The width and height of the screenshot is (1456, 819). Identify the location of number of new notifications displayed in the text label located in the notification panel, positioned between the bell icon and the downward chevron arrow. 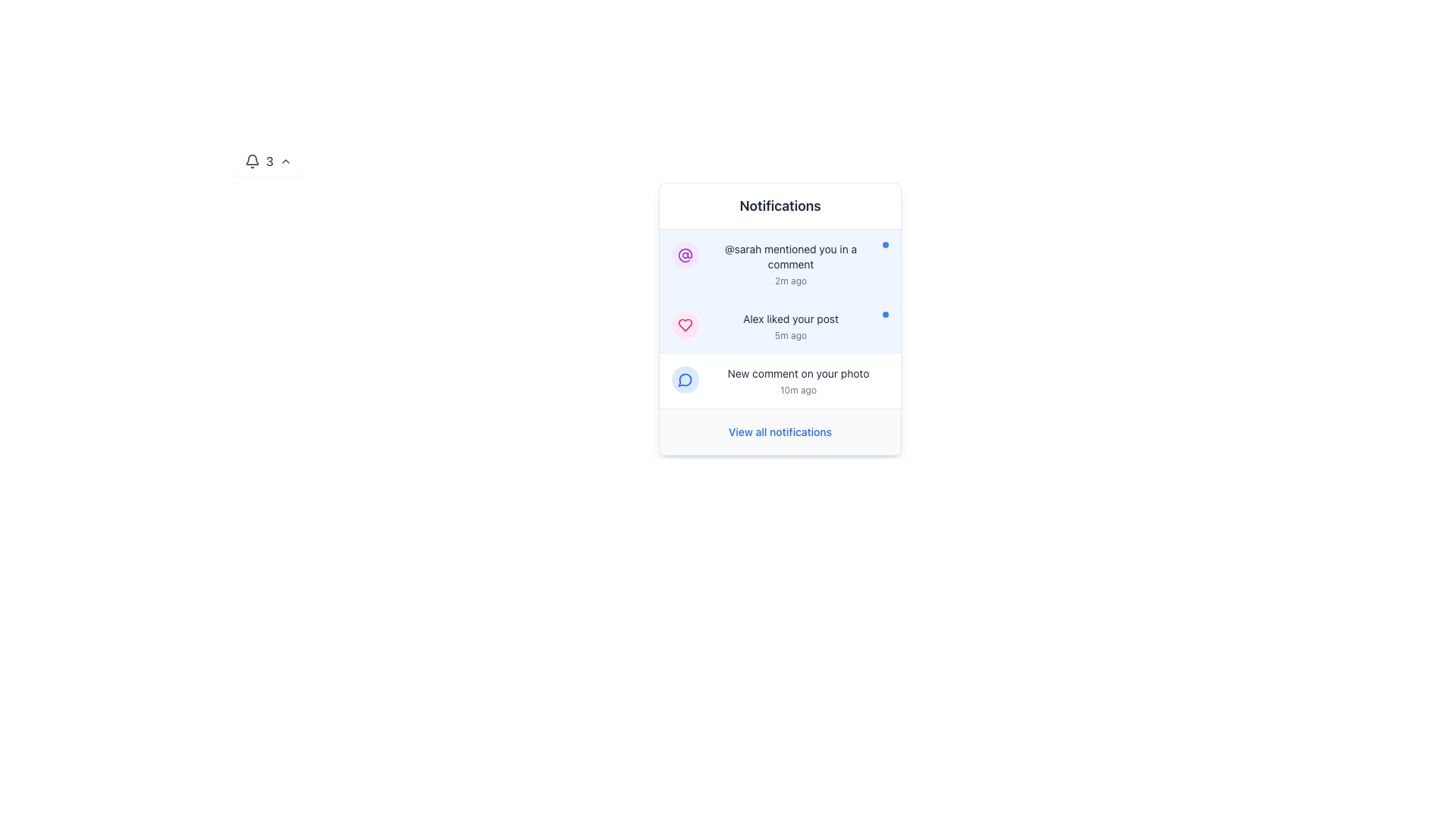
(269, 161).